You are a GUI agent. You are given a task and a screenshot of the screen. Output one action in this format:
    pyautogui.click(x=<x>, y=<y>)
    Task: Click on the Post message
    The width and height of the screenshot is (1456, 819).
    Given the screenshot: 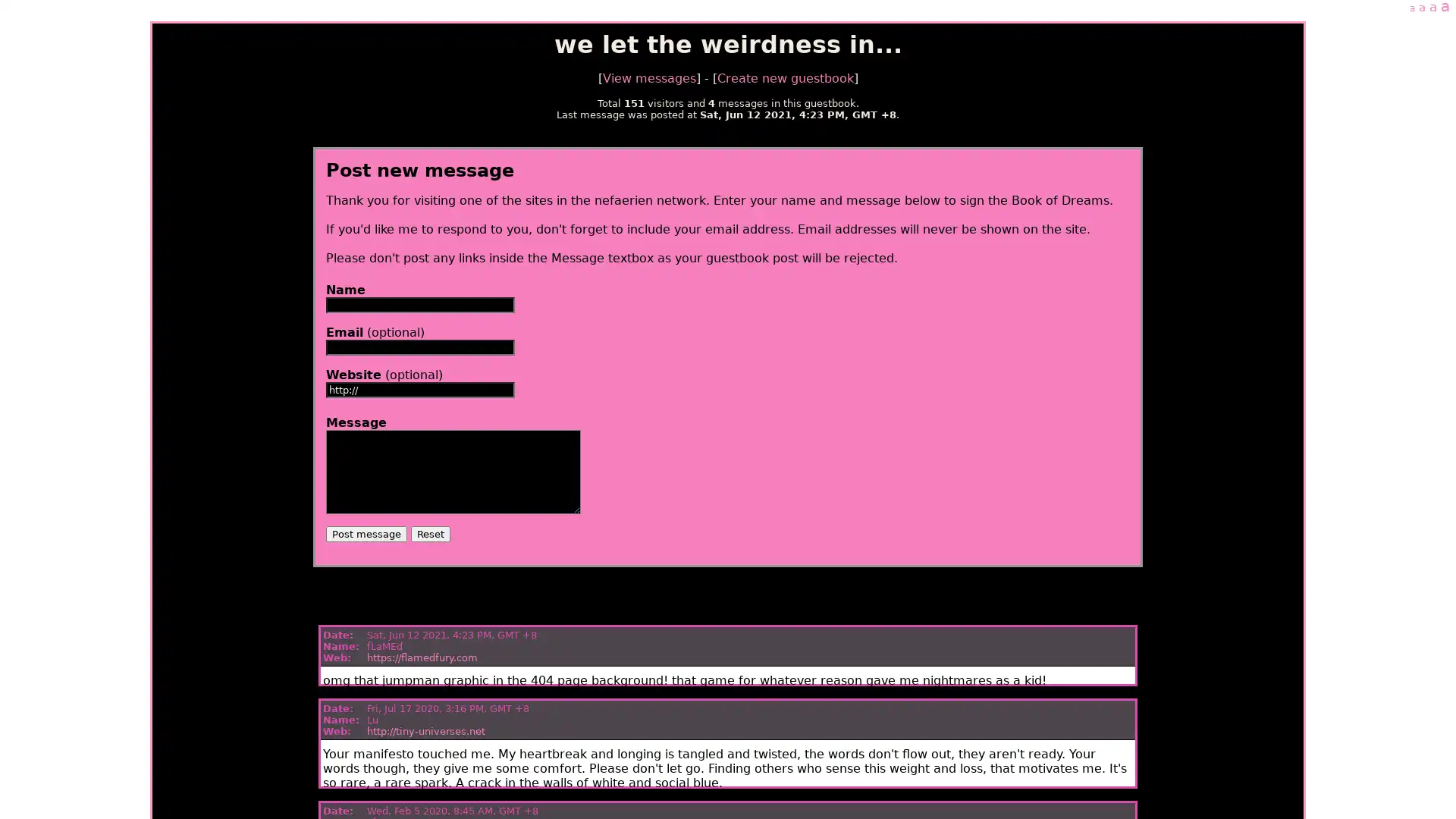 What is the action you would take?
    pyautogui.click(x=366, y=533)
    